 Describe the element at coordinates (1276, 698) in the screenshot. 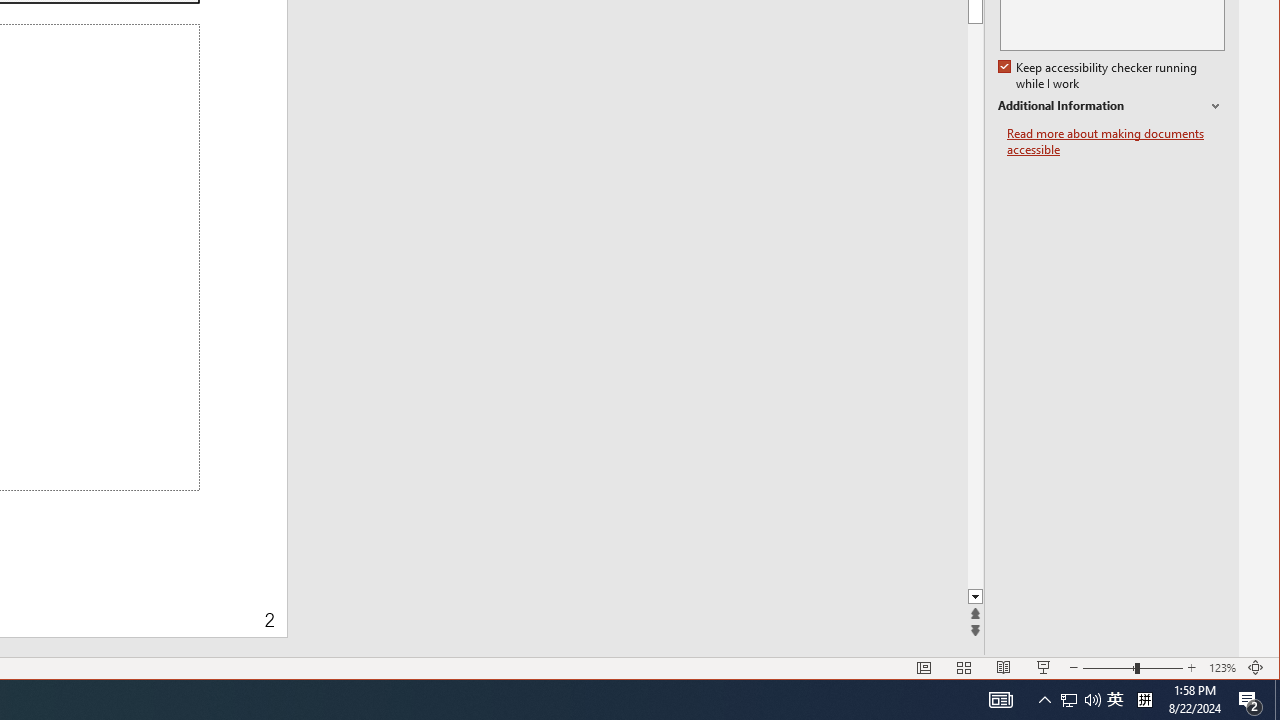

I see `'Show desktop'` at that location.